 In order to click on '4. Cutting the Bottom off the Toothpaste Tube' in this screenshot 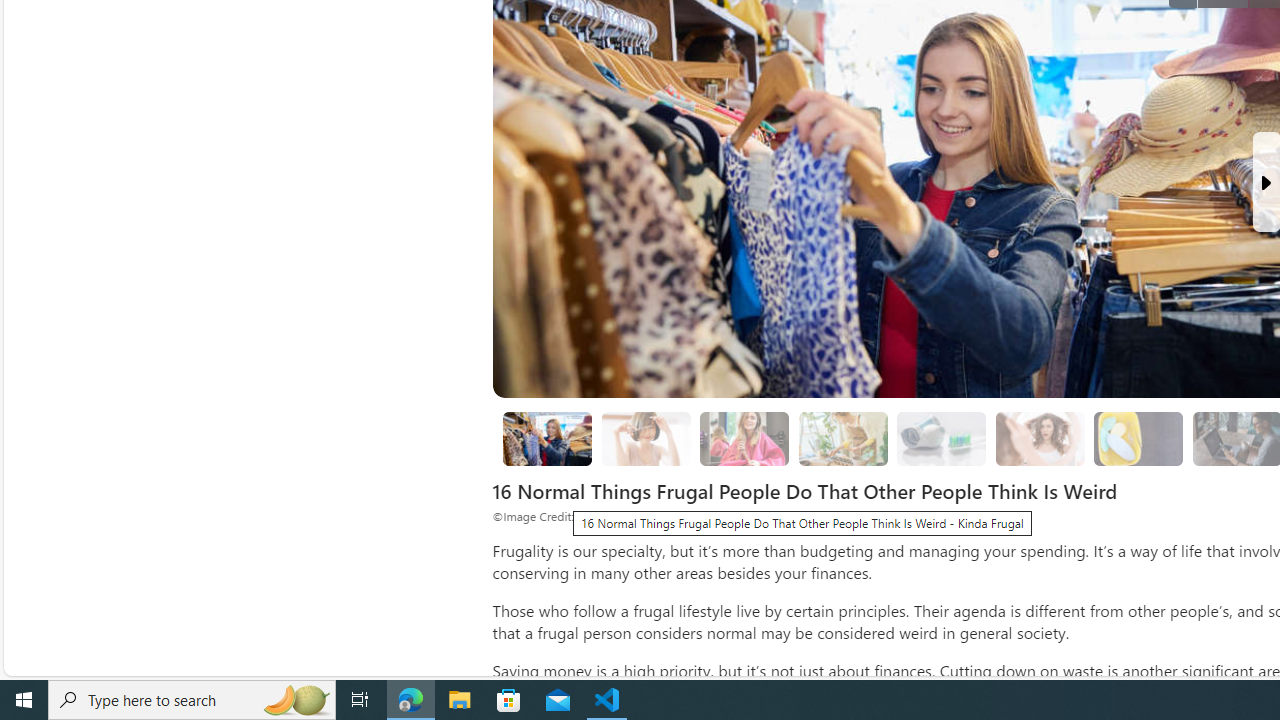, I will do `click(940, 438)`.